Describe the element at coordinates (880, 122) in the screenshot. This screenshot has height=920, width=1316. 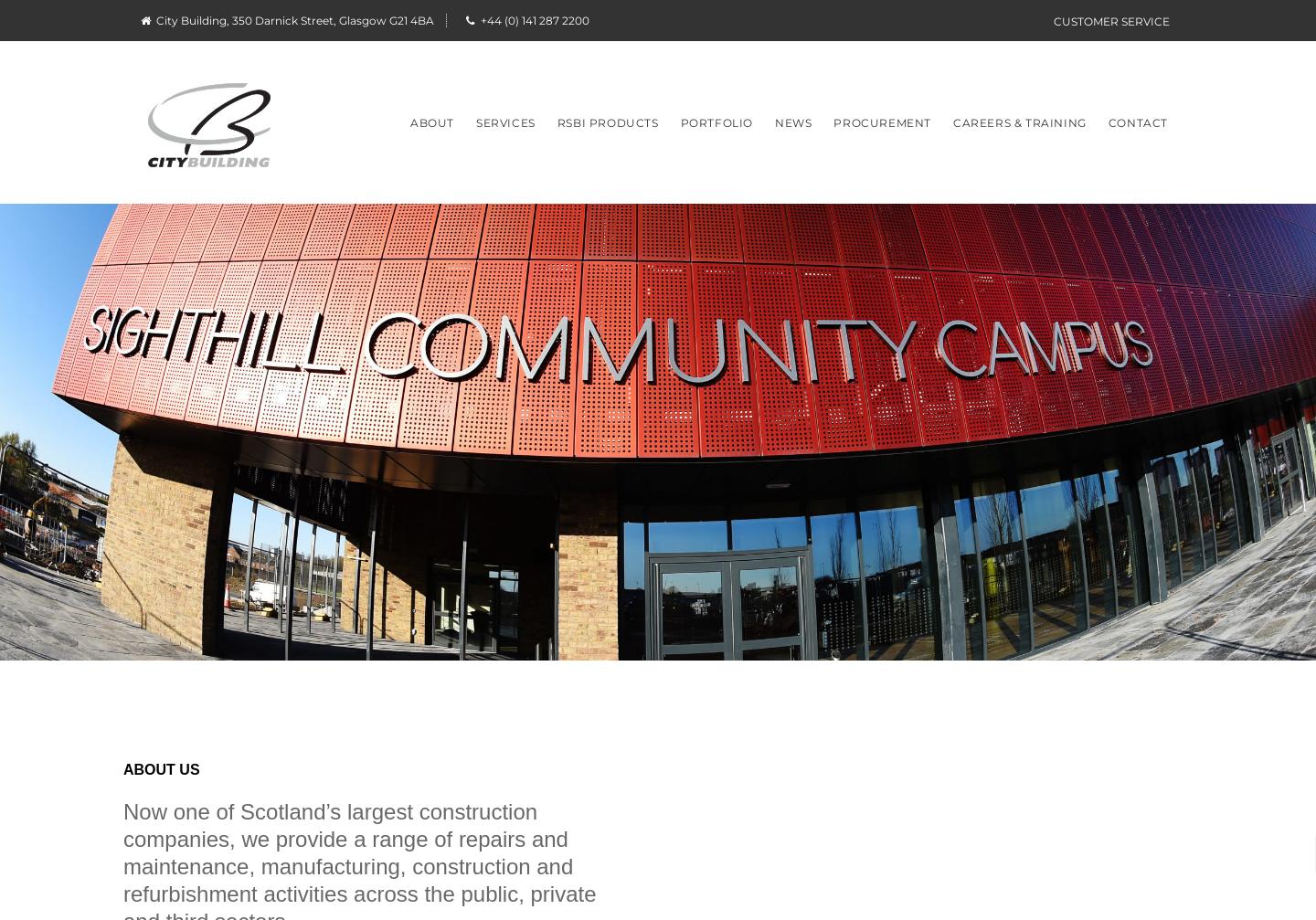
I see `'Procurement'` at that location.